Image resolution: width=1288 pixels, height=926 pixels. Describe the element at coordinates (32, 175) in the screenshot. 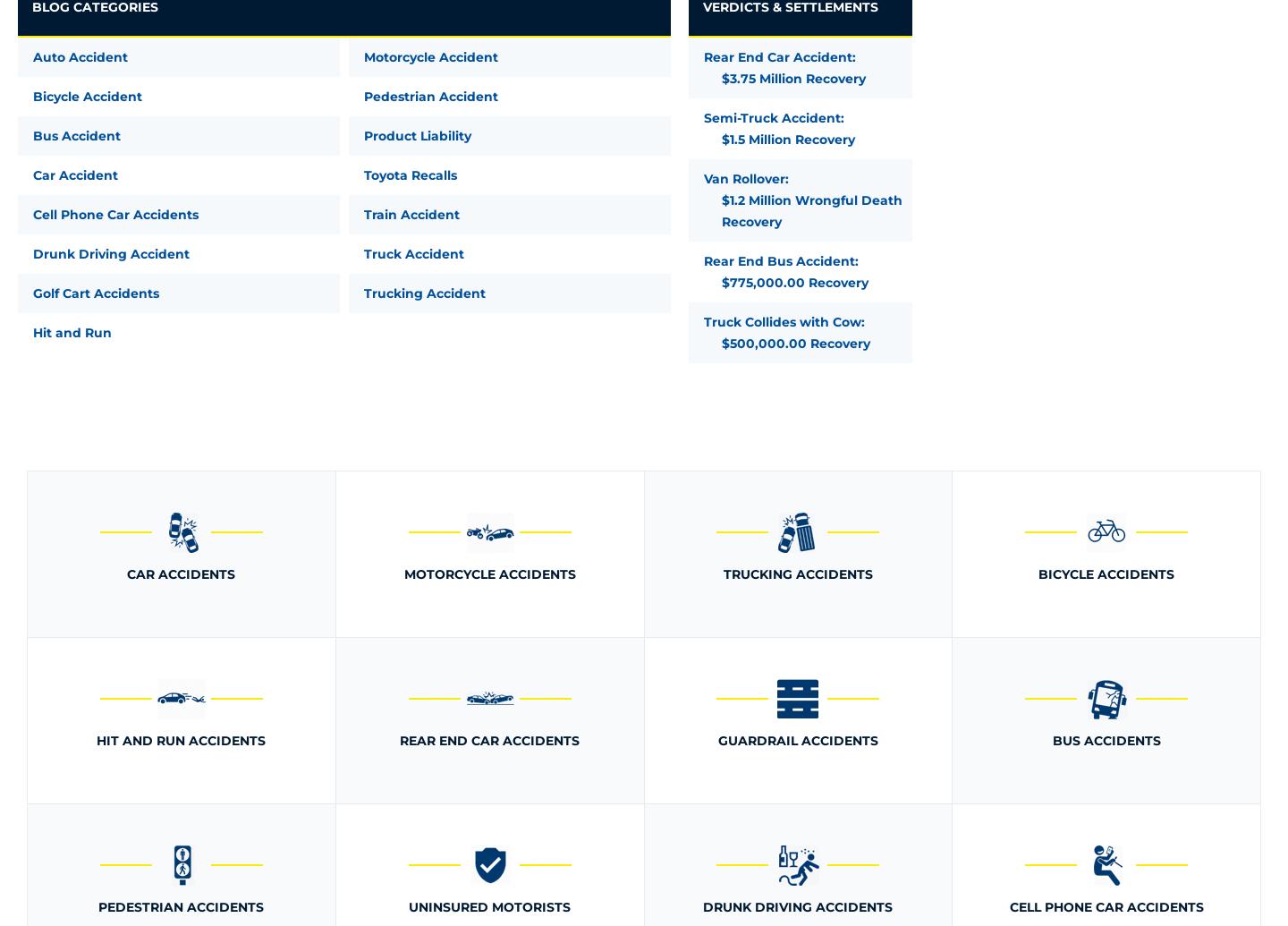

I see `'Car Accident'` at that location.